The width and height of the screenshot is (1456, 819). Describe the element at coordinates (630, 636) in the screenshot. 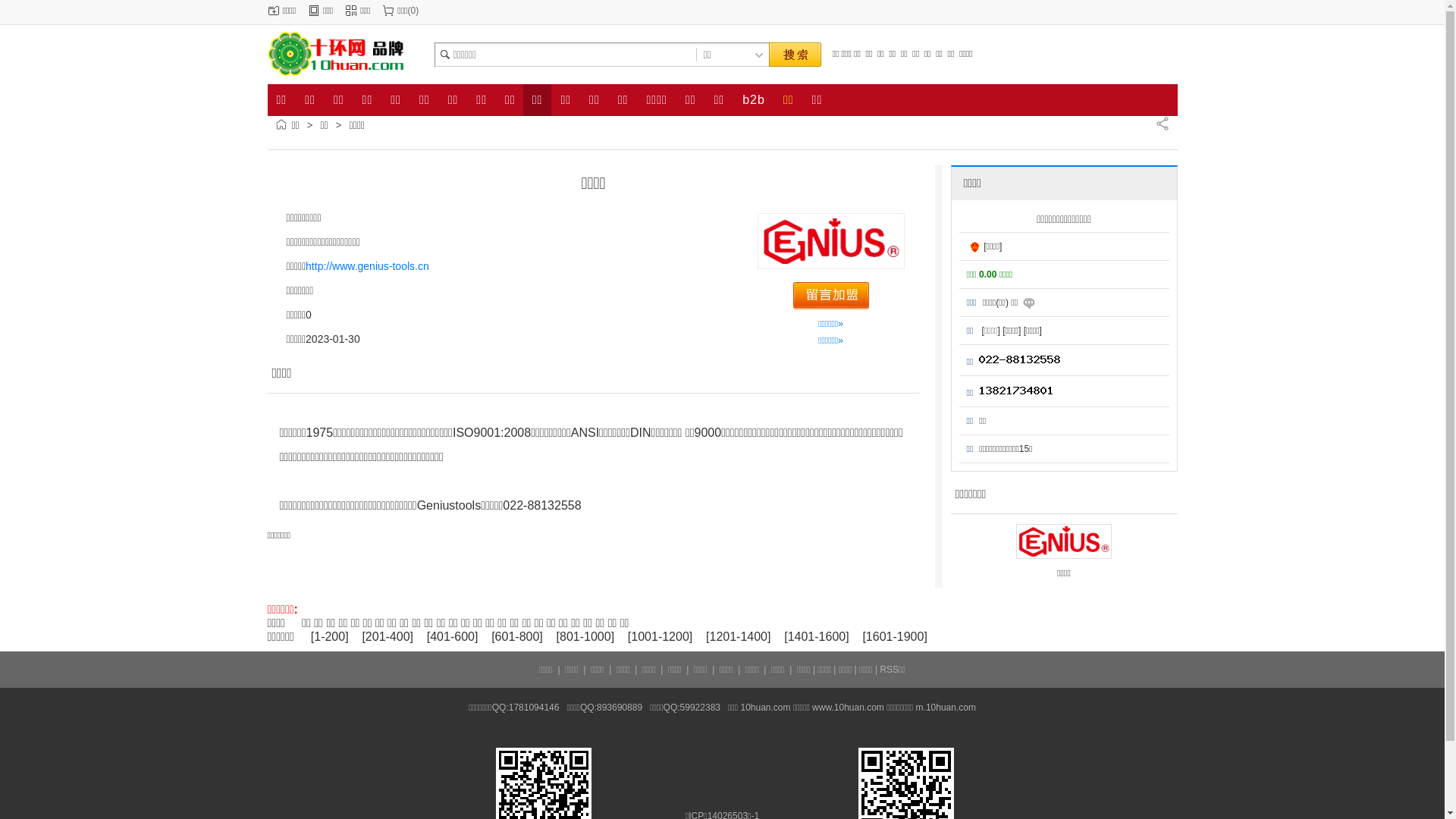

I see `'1001-1200'` at that location.